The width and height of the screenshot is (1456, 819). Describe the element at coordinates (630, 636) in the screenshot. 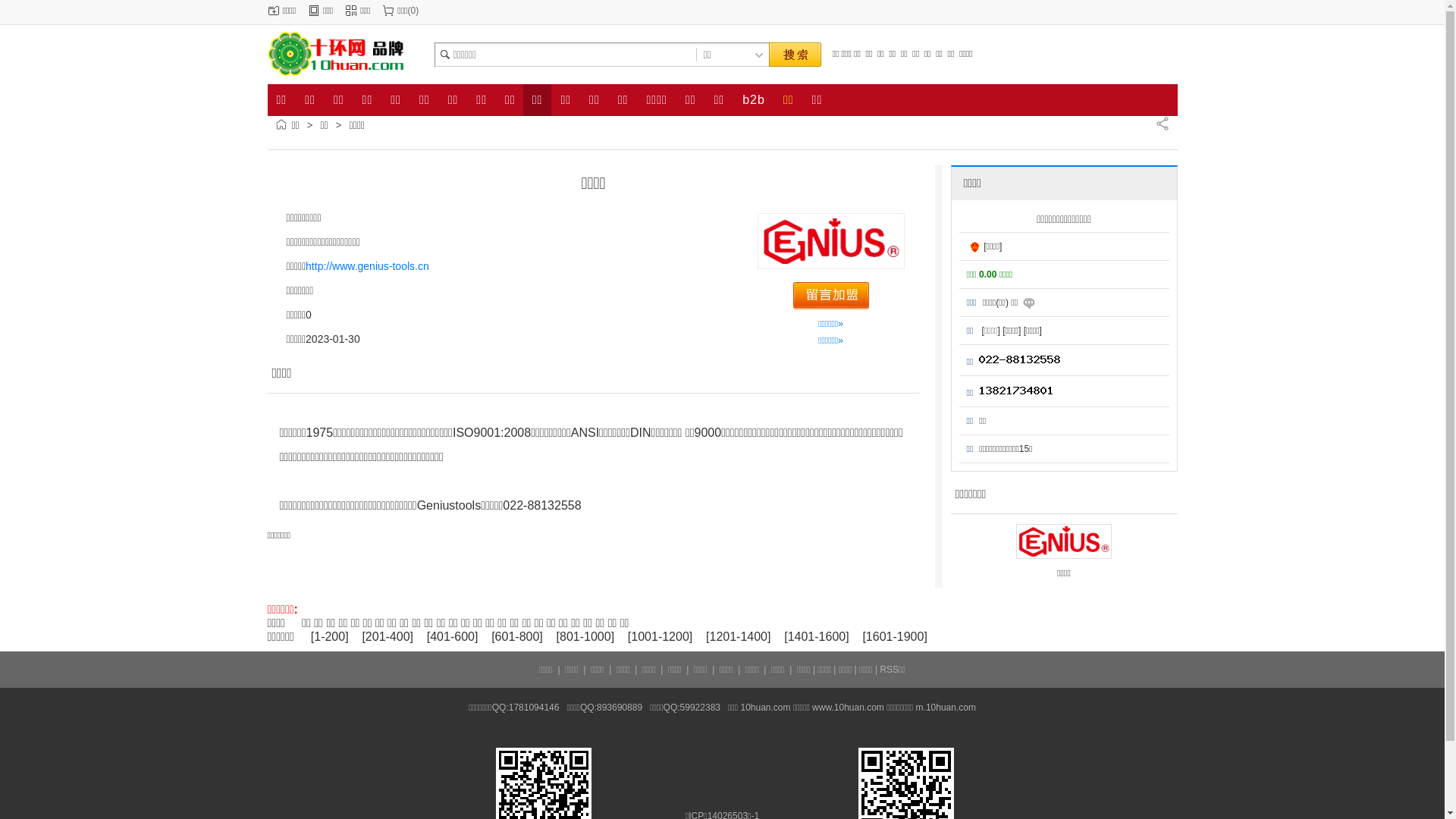

I see `'1001-1200'` at that location.